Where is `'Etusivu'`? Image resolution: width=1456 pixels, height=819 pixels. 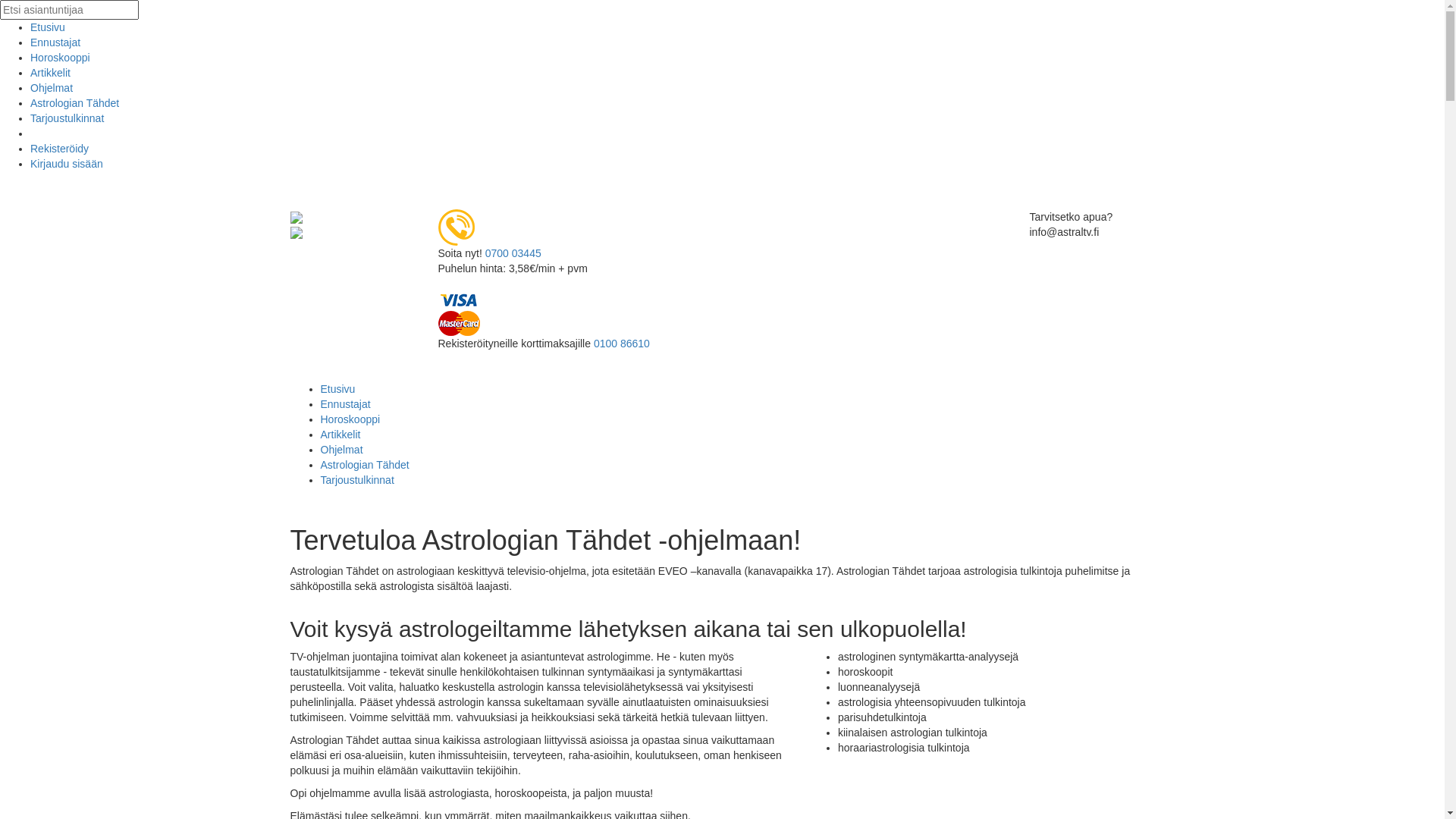
'Etusivu' is located at coordinates (47, 27).